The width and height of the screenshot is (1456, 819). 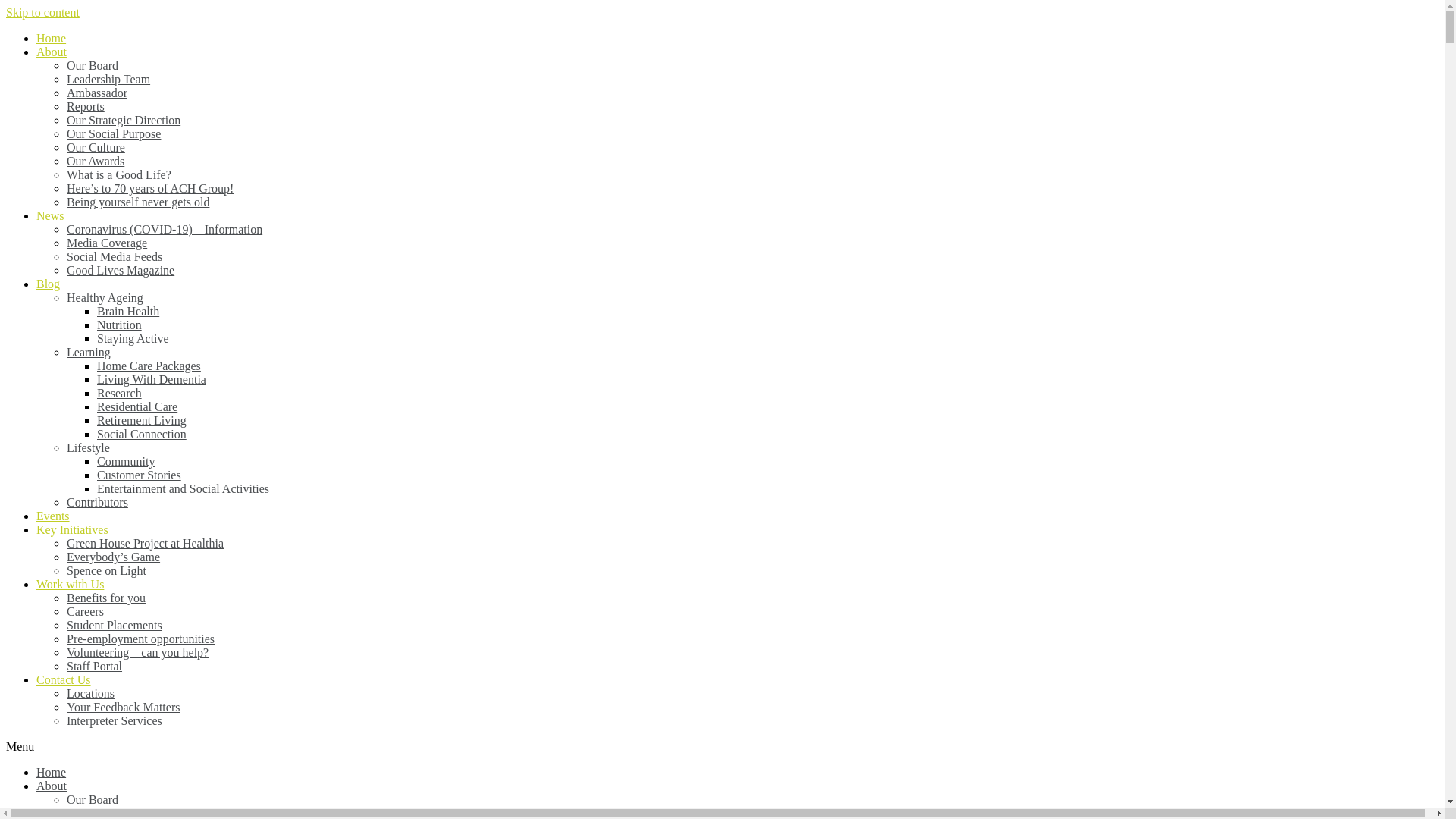 What do you see at coordinates (105, 242) in the screenshot?
I see `'Media Coverage'` at bounding box center [105, 242].